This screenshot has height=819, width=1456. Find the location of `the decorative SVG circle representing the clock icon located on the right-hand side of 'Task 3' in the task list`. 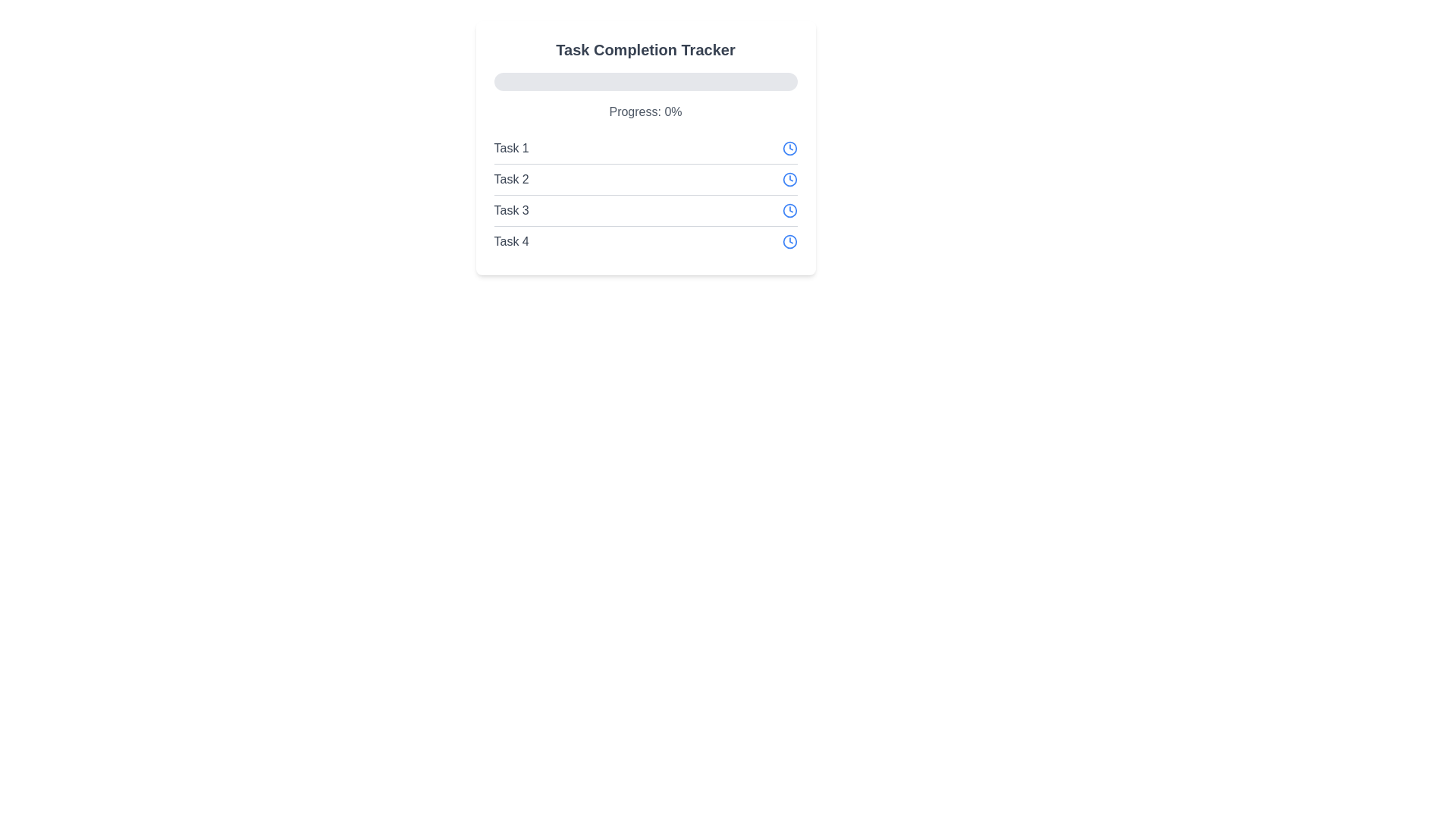

the decorative SVG circle representing the clock icon located on the right-hand side of 'Task 3' in the task list is located at coordinates (789, 210).